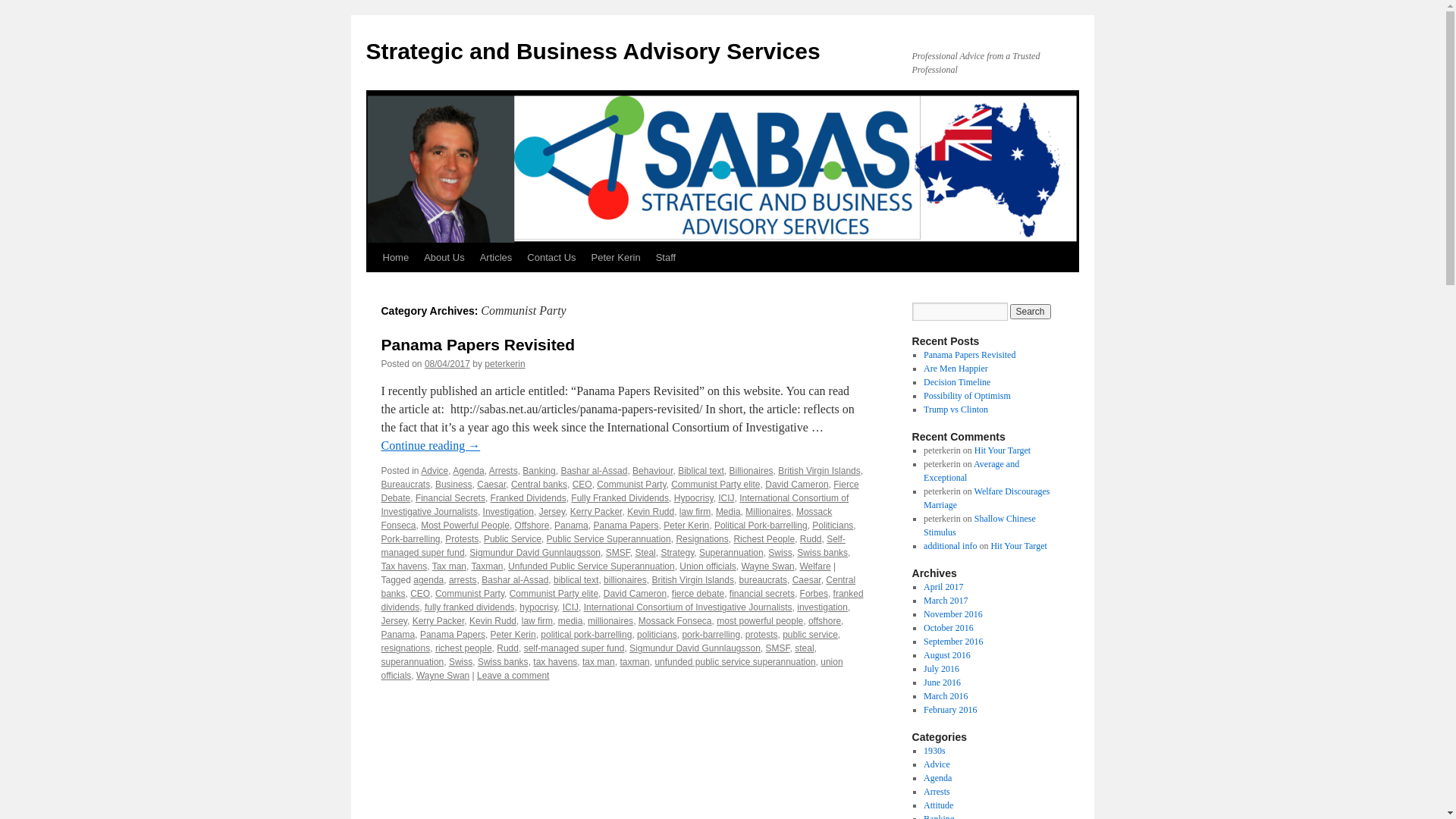 The height and width of the screenshot is (819, 1456). Describe the element at coordinates (405, 485) in the screenshot. I see `'Bureaucrats'` at that location.